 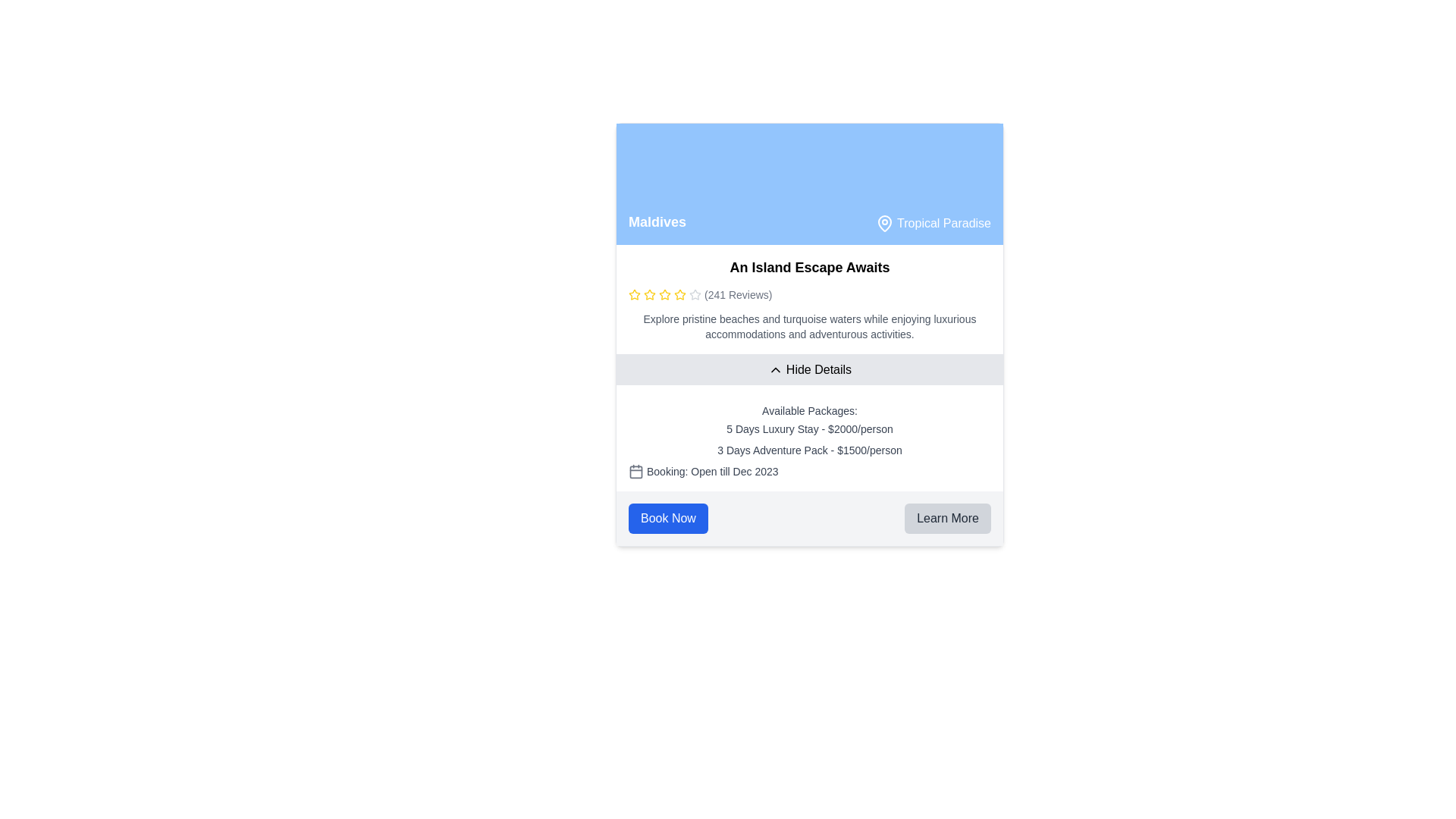 I want to click on the third star-shaped rating icon, filled with a golden-yellow color, located in the review section, positioned above '(241 Reviews)', so click(x=650, y=295).